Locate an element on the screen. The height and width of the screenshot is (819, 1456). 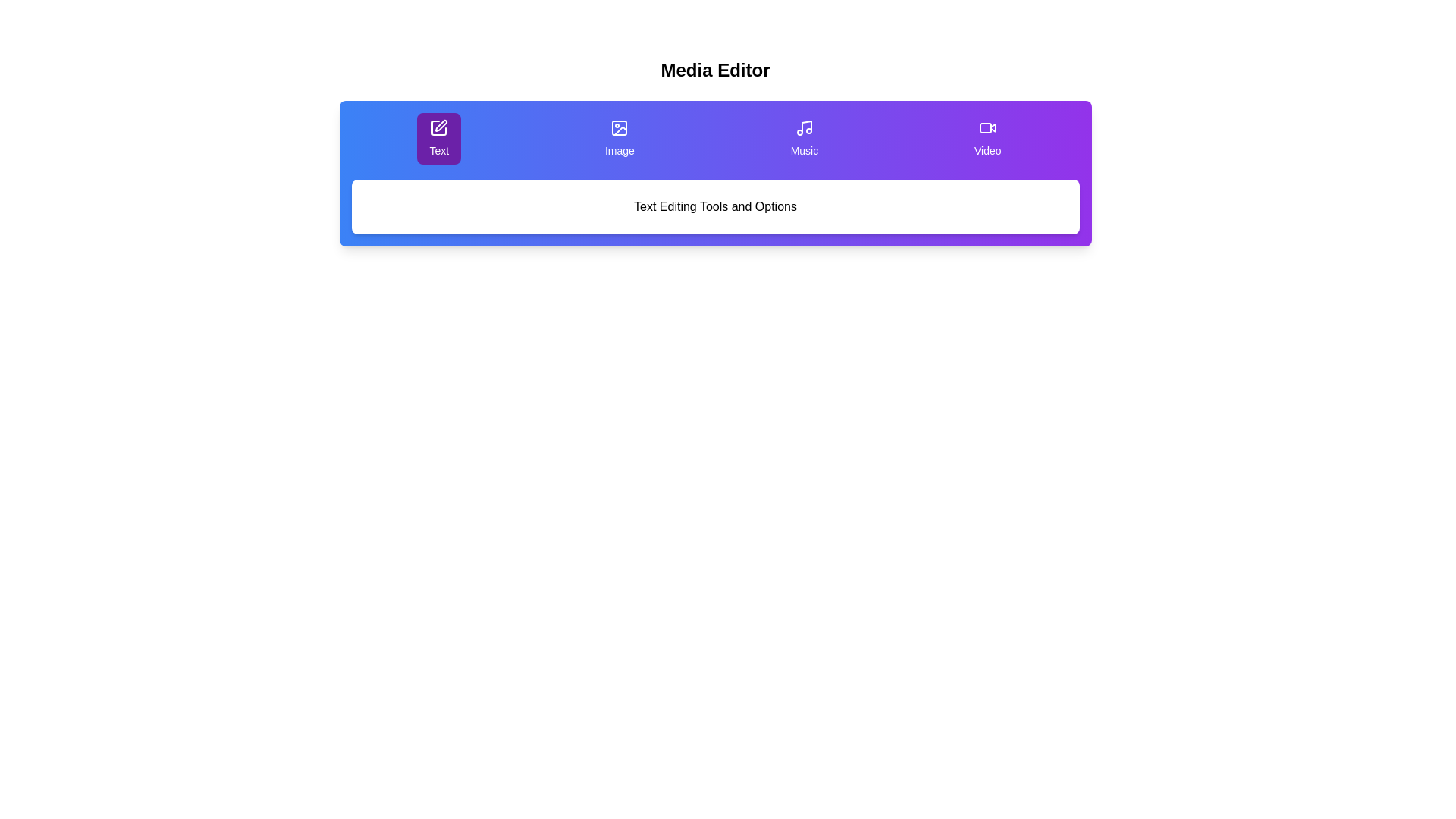
the decorative SVG graphic within the purple button labeled 'Text' located at the top-left of the gradient toolbar is located at coordinates (438, 127).